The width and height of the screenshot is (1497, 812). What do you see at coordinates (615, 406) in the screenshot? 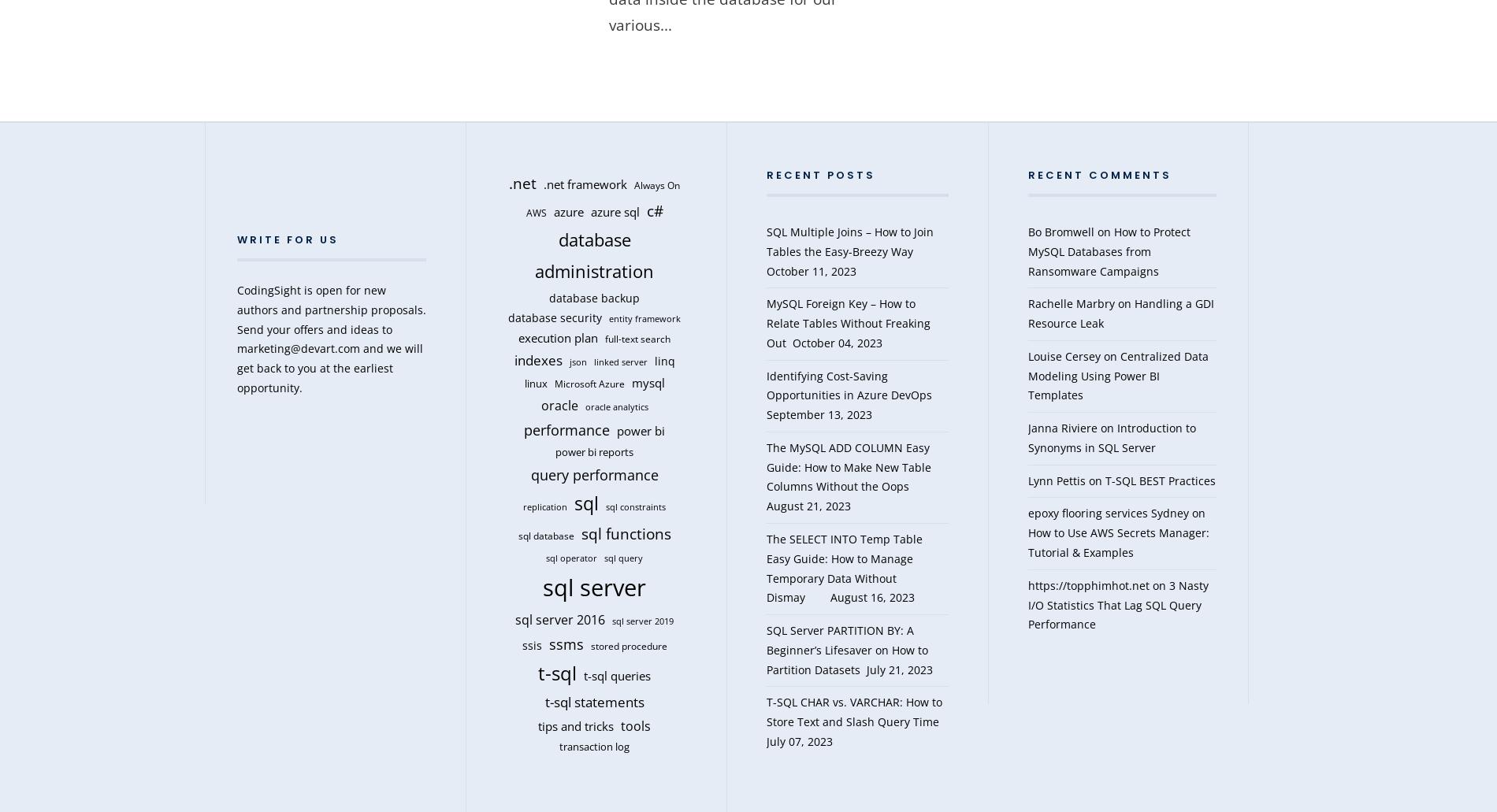
I see `'oracle analytics'` at bounding box center [615, 406].